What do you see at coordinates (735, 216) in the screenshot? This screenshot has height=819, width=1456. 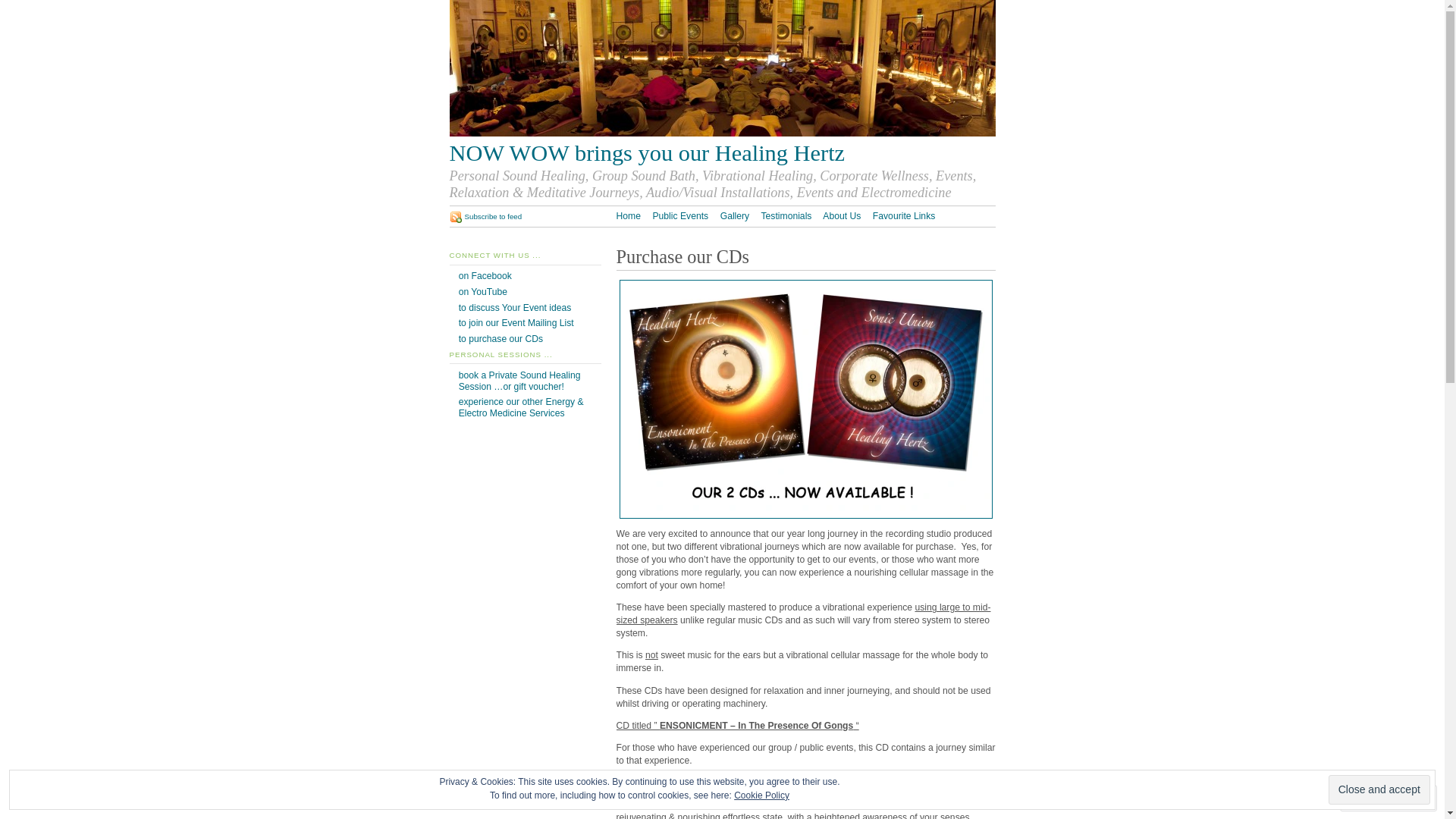 I see `'Gallery'` at bounding box center [735, 216].